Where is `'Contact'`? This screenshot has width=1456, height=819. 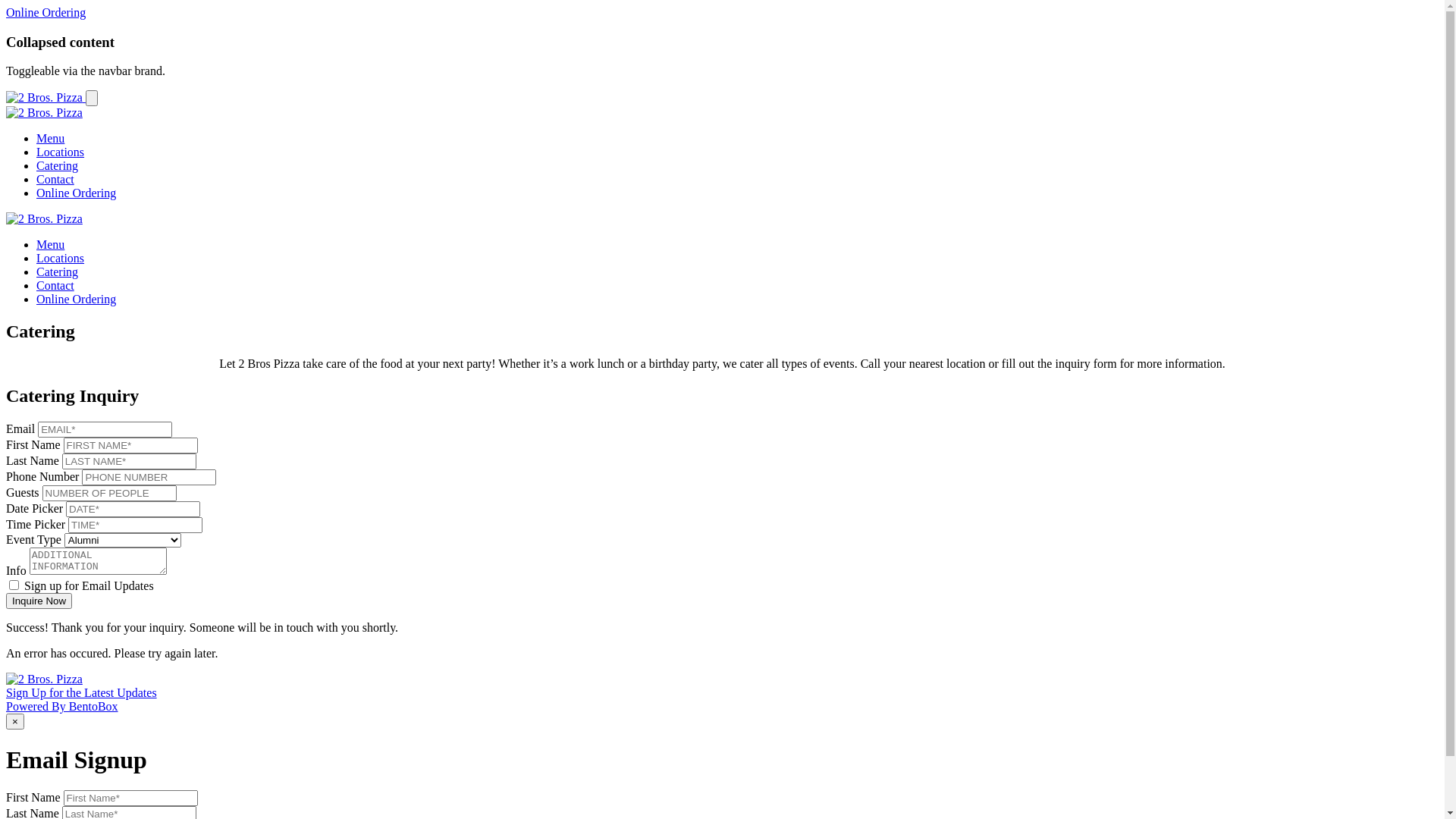
'Contact' is located at coordinates (55, 285).